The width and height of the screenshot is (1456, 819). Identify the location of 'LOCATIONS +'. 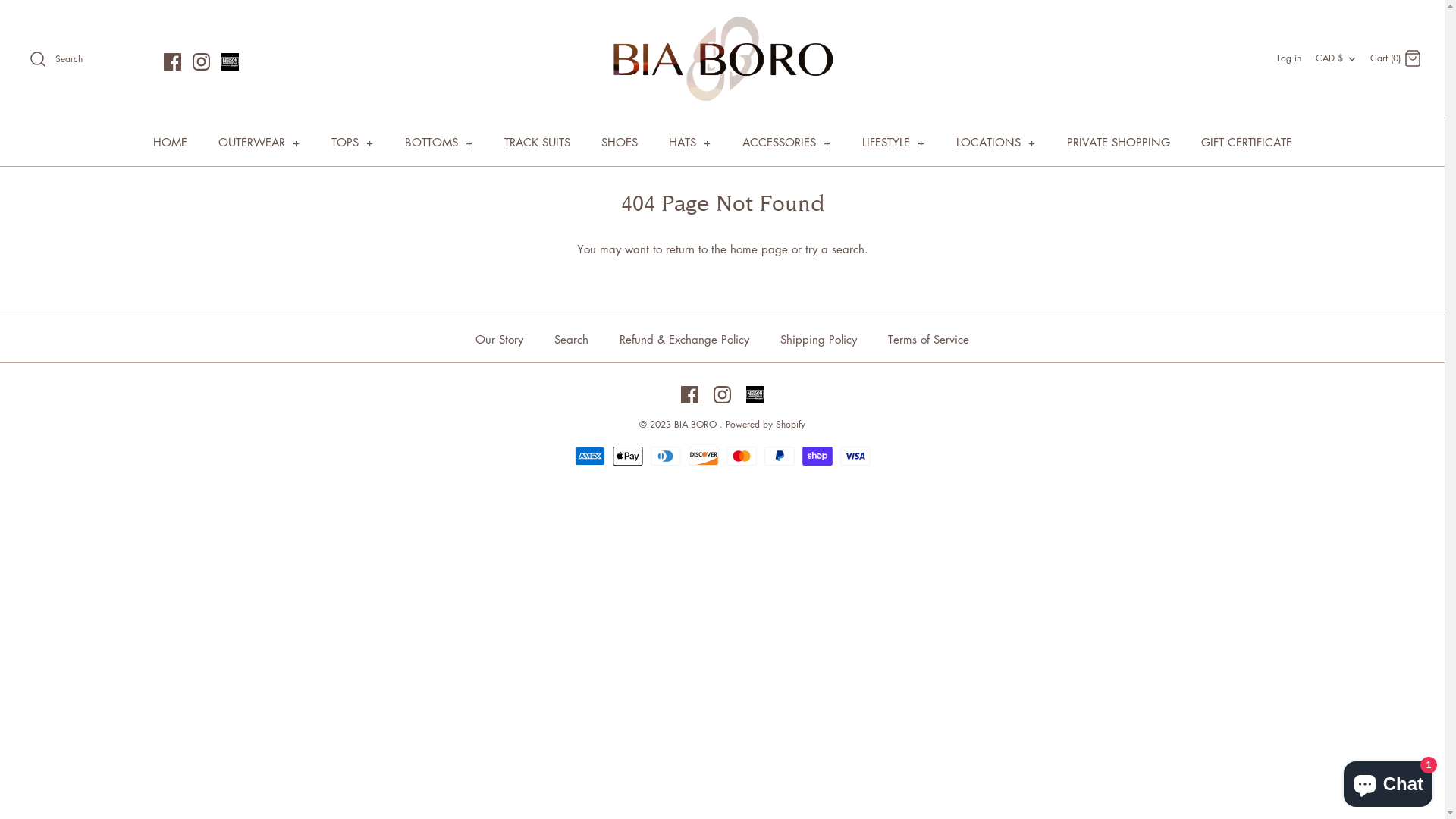
(941, 142).